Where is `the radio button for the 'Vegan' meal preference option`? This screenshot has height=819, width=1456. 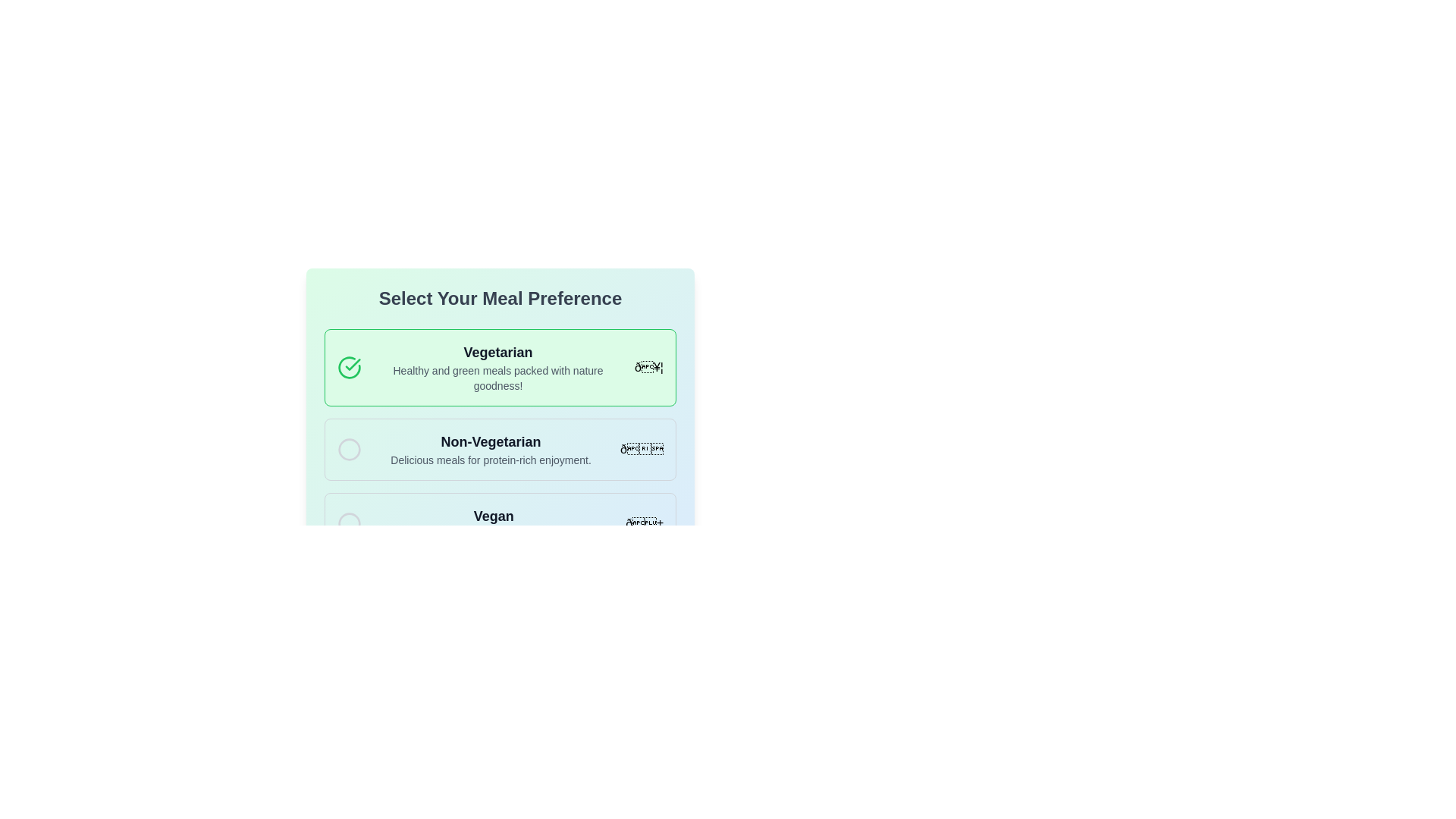 the radio button for the 'Vegan' meal preference option is located at coordinates (348, 522).